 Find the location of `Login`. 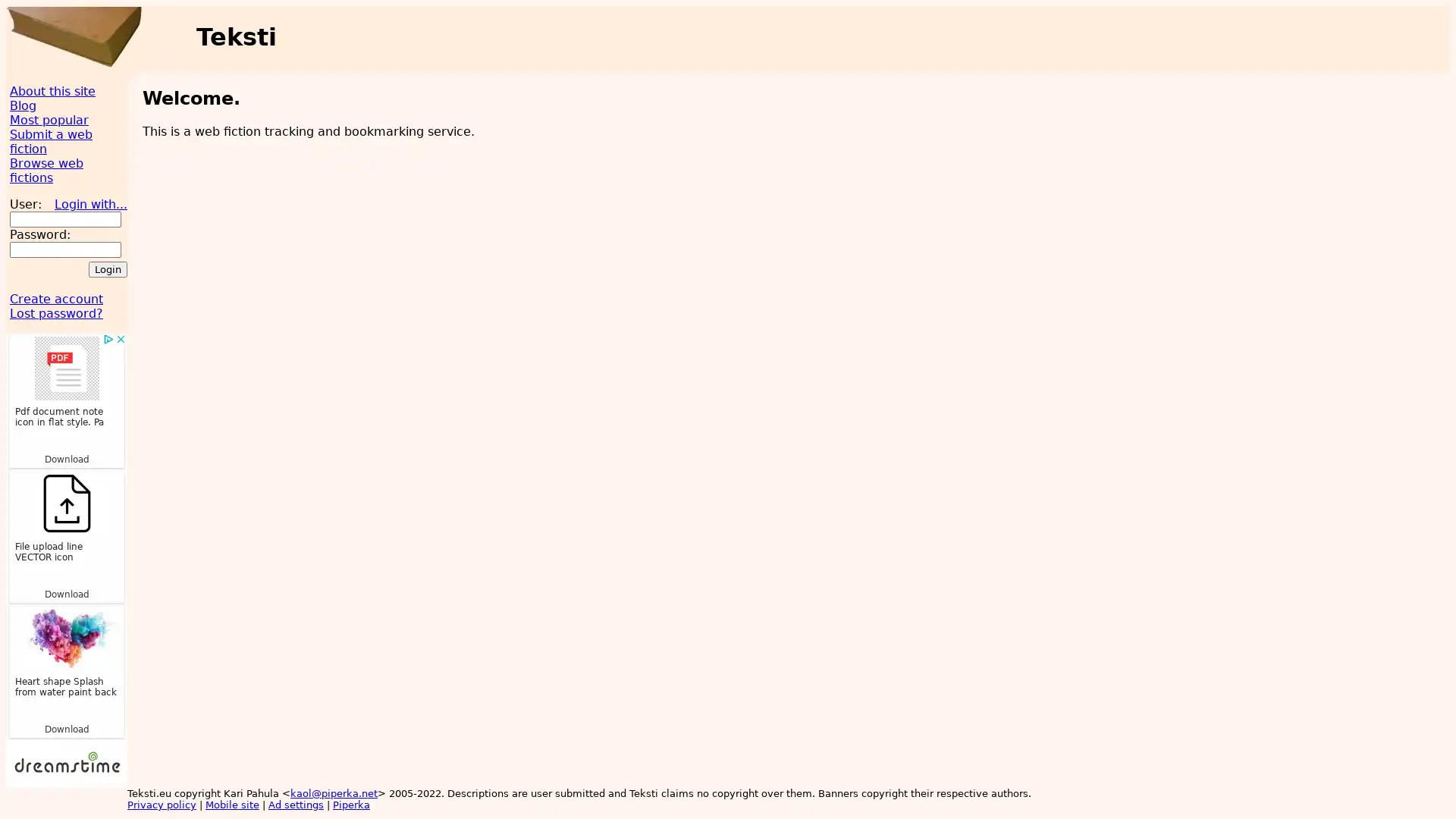

Login is located at coordinates (107, 268).